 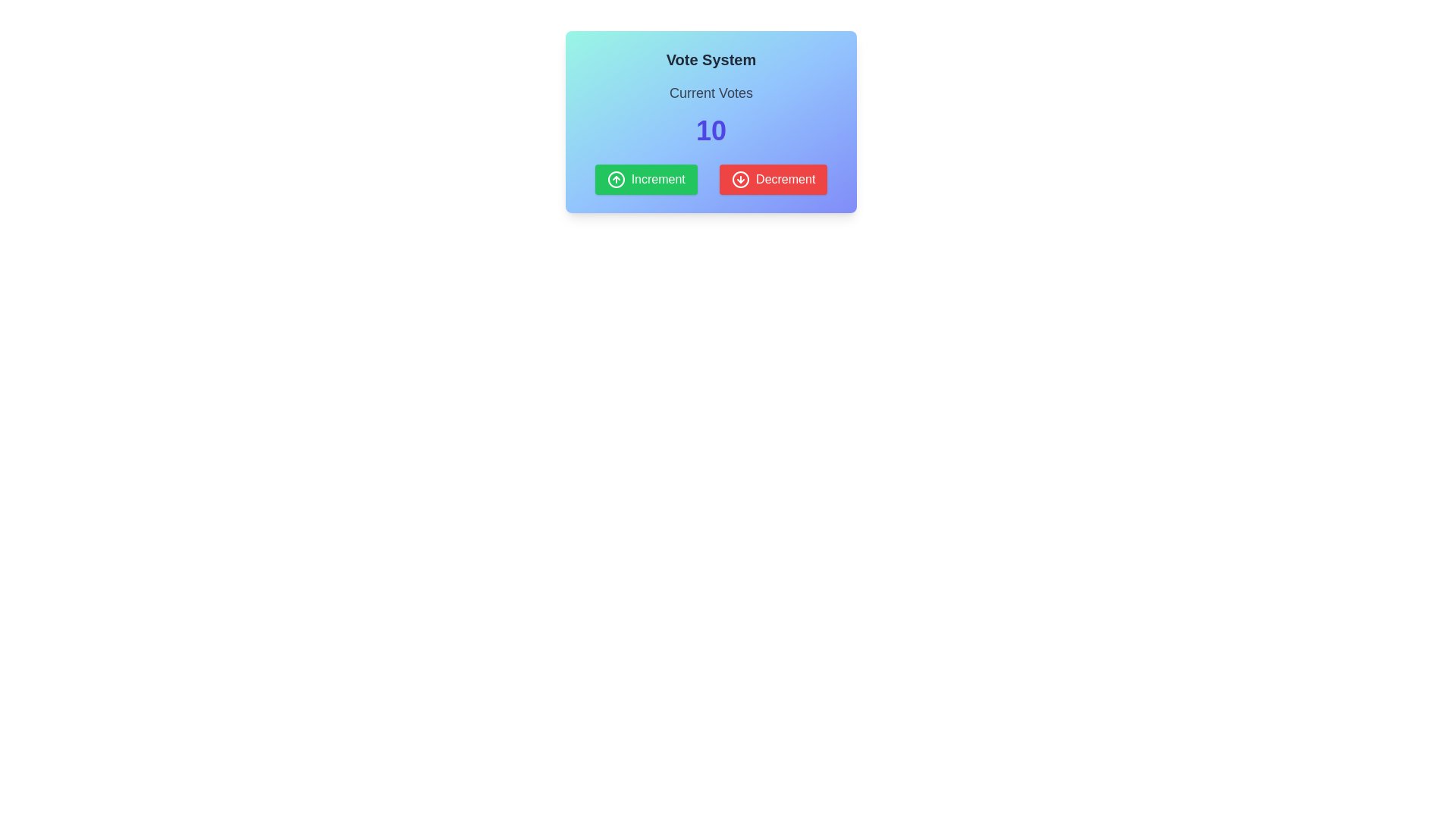 I want to click on the Text display that shows the current vote count, located centrally within the 'Vote System' card, directly below 'Current Votes', so click(x=710, y=130).